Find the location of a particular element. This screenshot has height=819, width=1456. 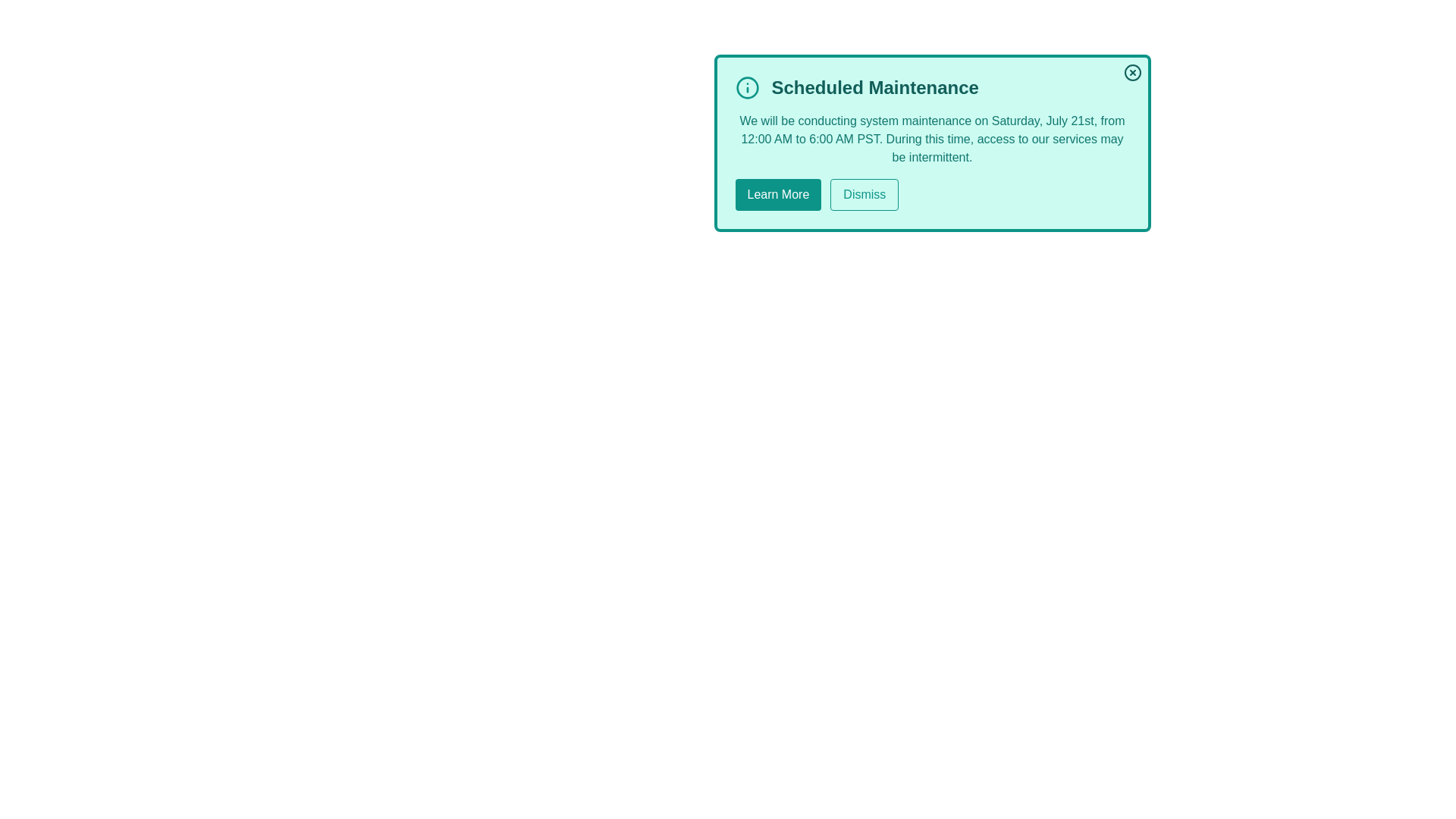

close button to dismiss the alert is located at coordinates (1132, 73).